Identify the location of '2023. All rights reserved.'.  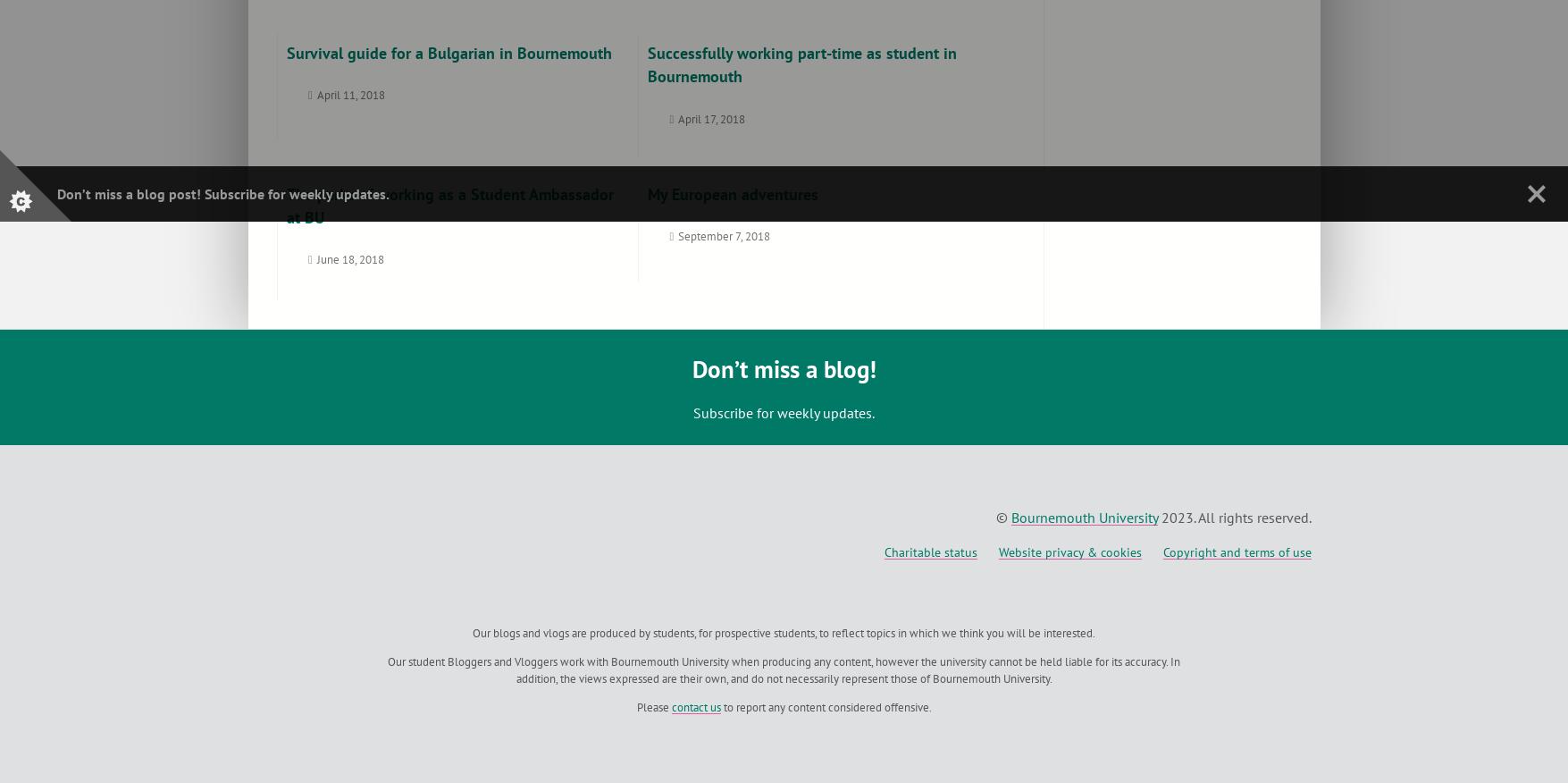
(1156, 515).